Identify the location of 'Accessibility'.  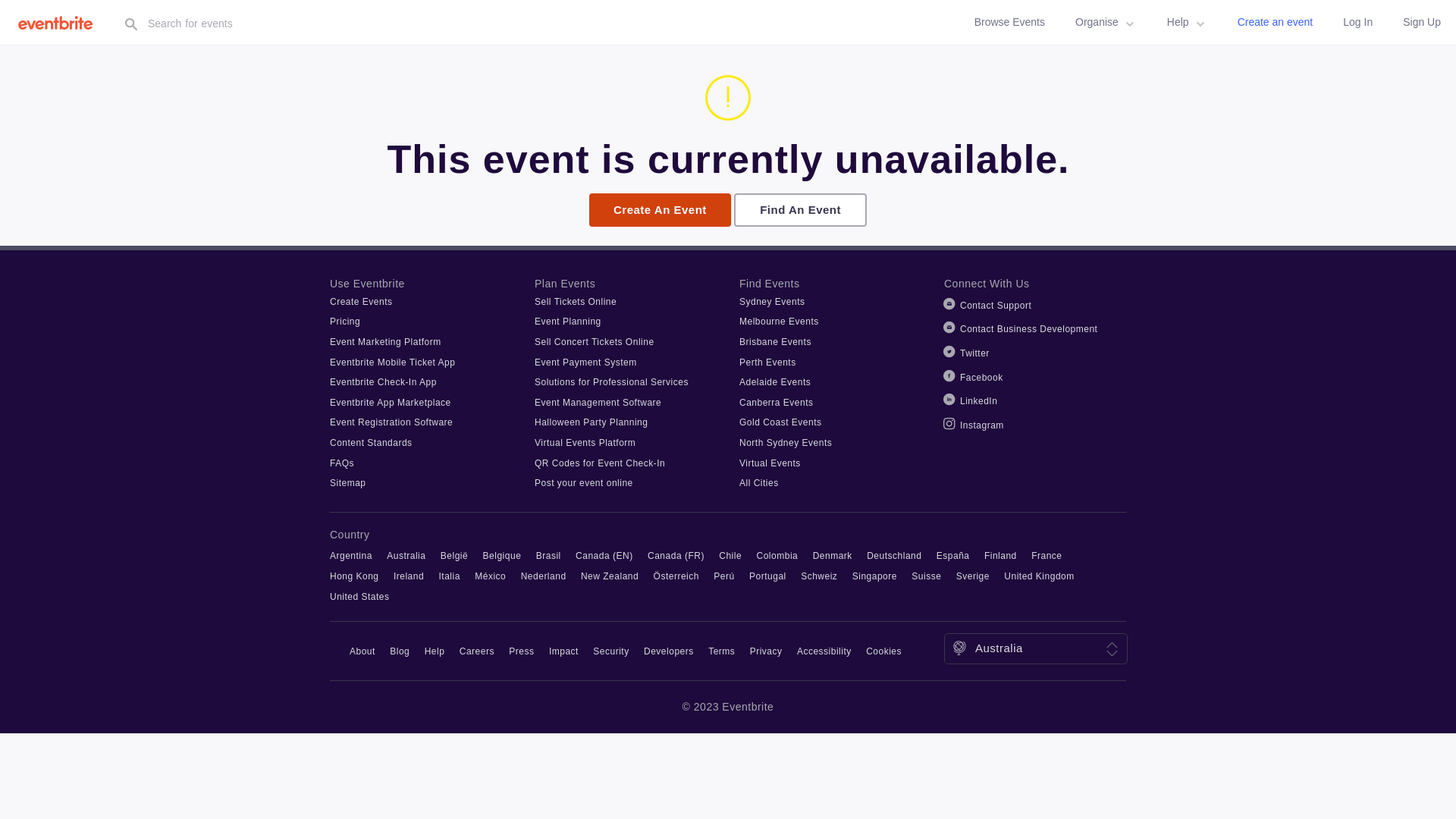
(796, 651).